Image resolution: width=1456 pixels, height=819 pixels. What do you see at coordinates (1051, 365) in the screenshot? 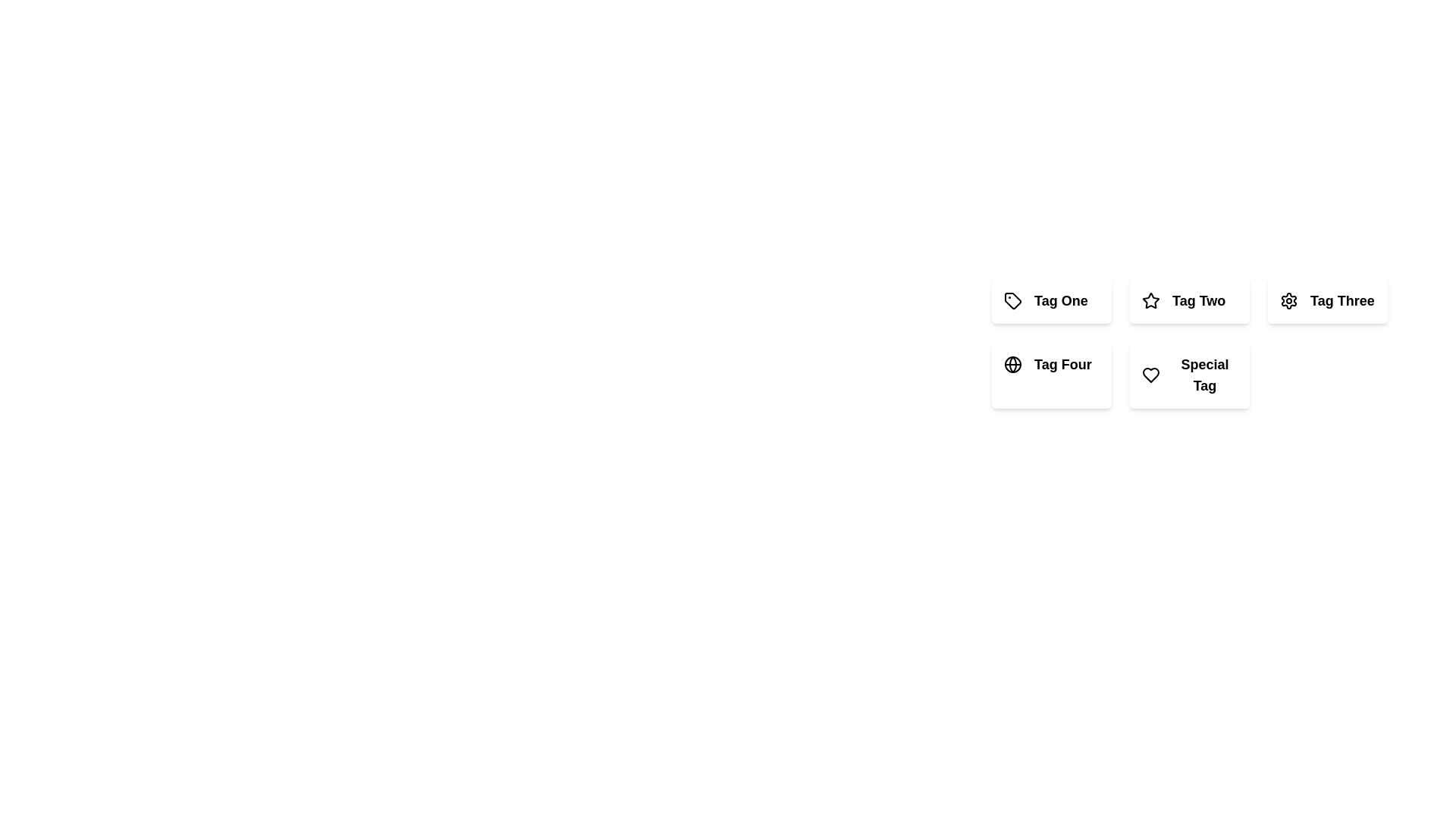
I see `the 'Tag Four' button, which features a globe icon and is located in the bottom-left card of a 2x3 grid of buttons` at bounding box center [1051, 365].